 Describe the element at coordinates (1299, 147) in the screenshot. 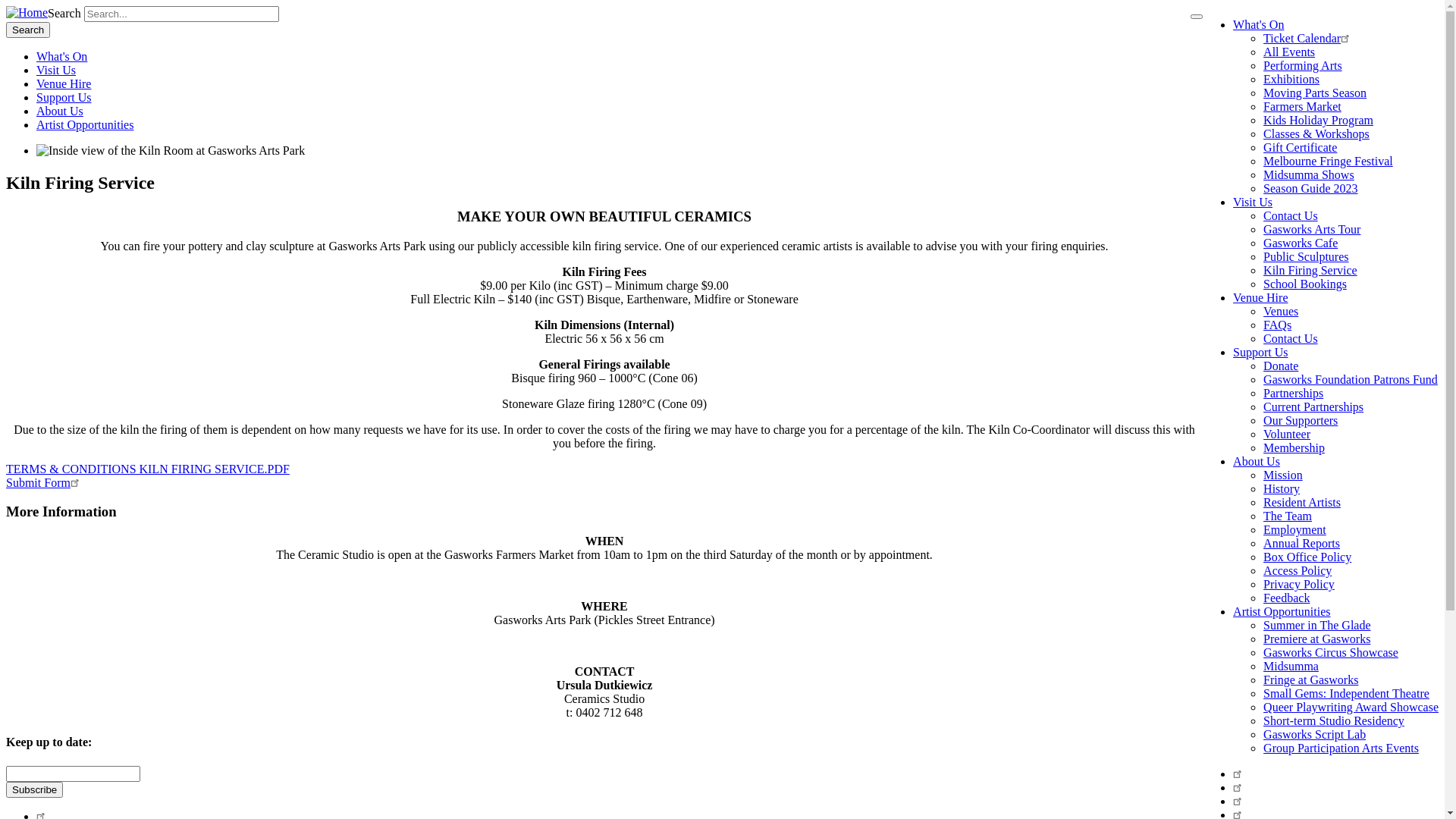

I see `'Gift Certificate'` at that location.